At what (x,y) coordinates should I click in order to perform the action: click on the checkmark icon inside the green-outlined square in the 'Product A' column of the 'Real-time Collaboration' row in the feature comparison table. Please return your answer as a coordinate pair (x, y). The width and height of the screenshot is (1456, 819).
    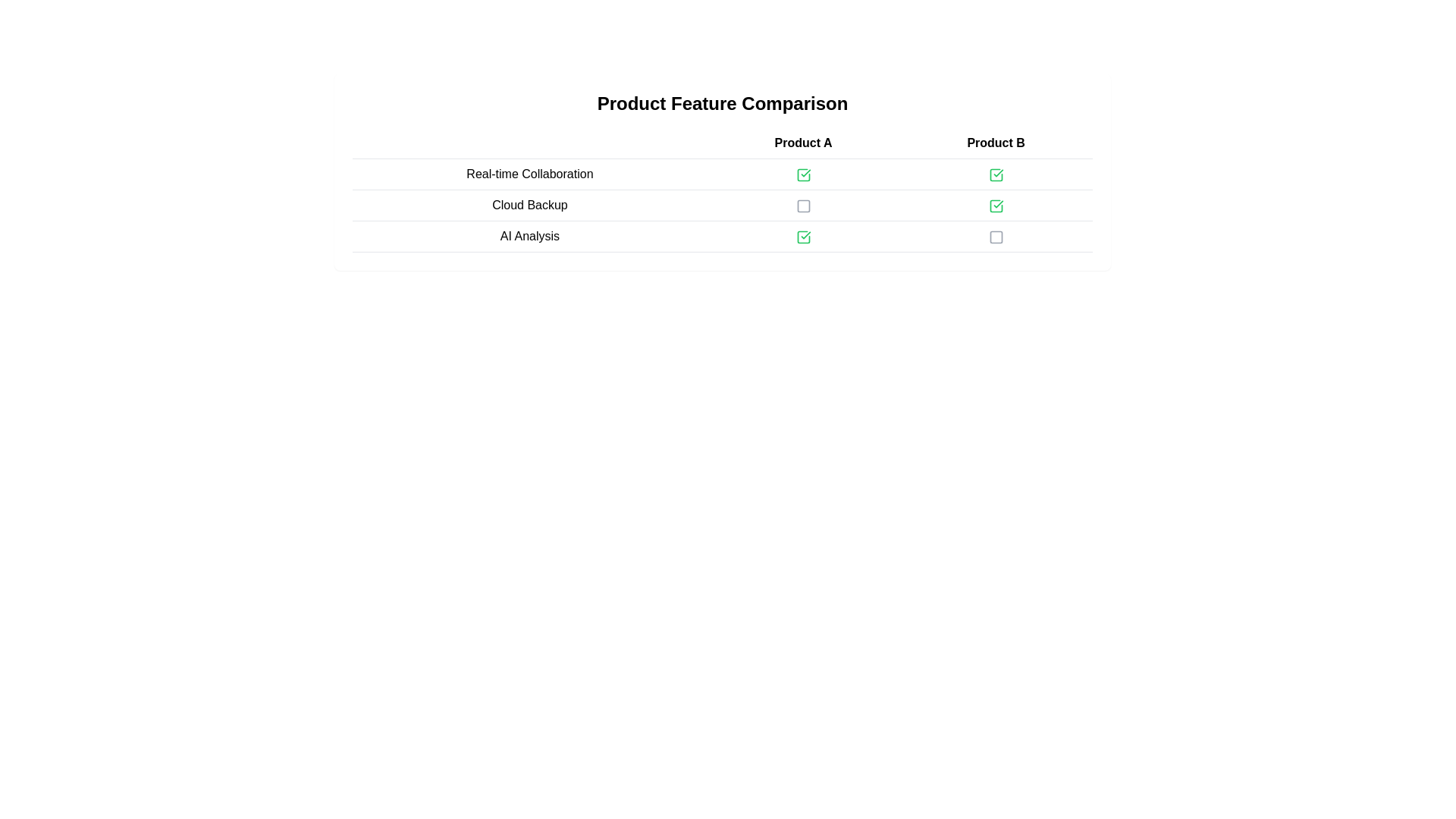
    Looking at the image, I should click on (802, 237).